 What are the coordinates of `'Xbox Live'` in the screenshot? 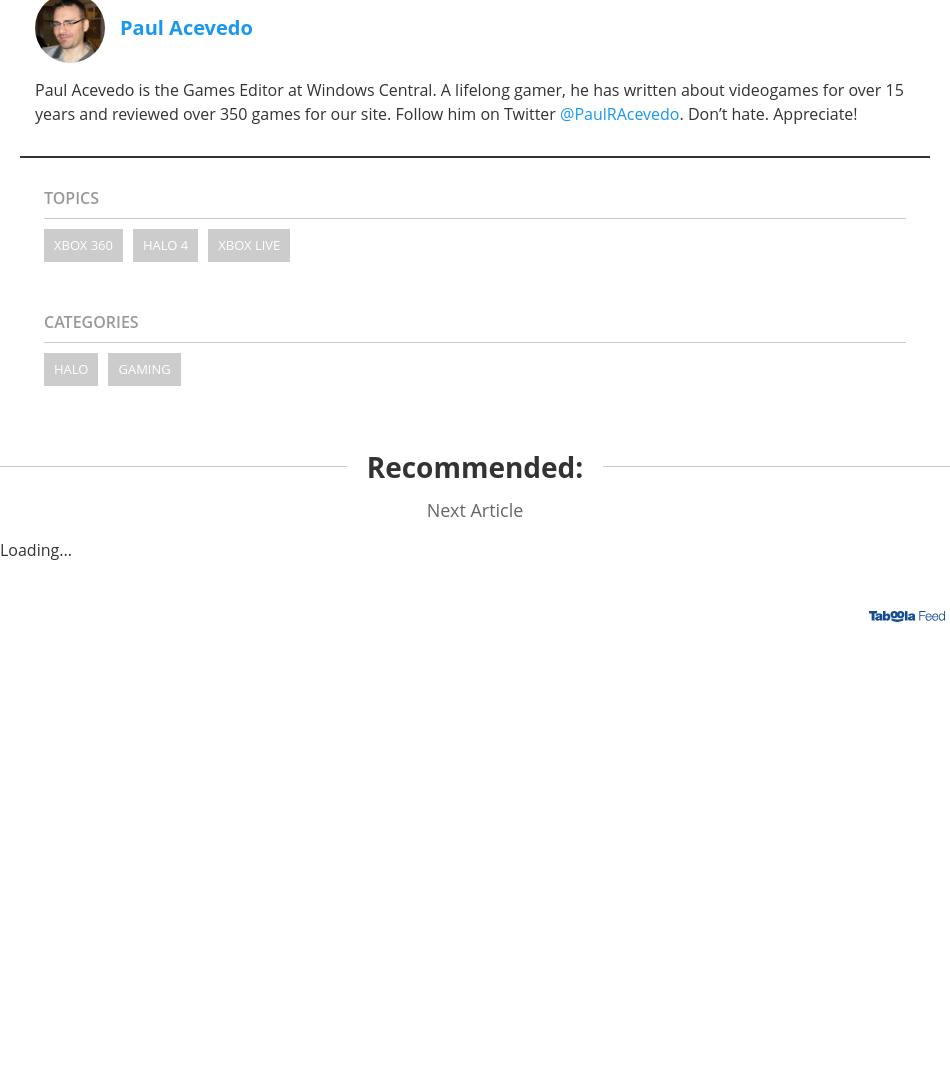 It's located at (247, 244).